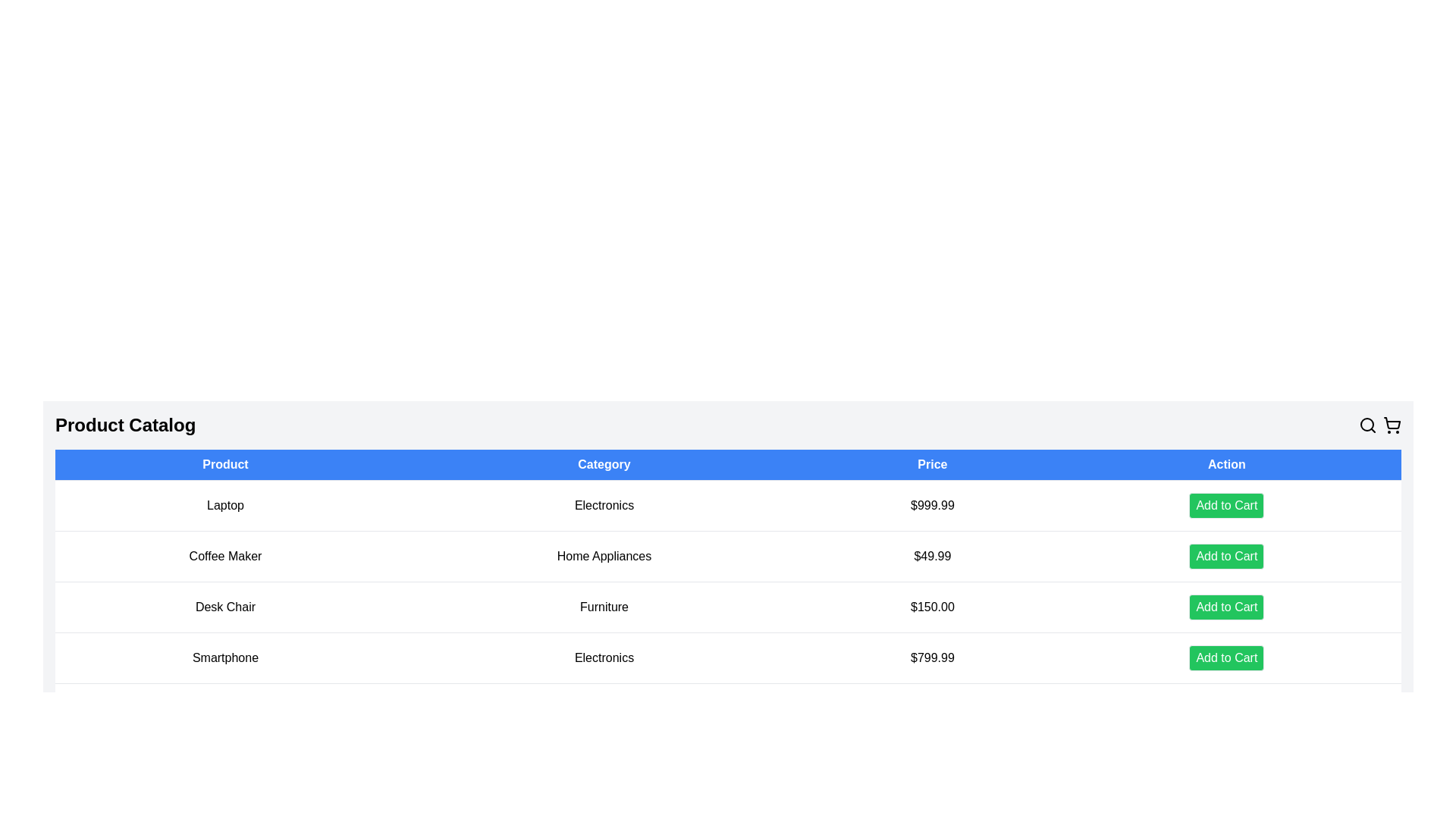 This screenshot has width=1456, height=819. What do you see at coordinates (1379, 425) in the screenshot?
I see `the shopping cart icon, which is part of a group of two icons (search and shopping cart) located in the top right corner of the interface, adjacent to the title 'Product Catalog'` at bounding box center [1379, 425].